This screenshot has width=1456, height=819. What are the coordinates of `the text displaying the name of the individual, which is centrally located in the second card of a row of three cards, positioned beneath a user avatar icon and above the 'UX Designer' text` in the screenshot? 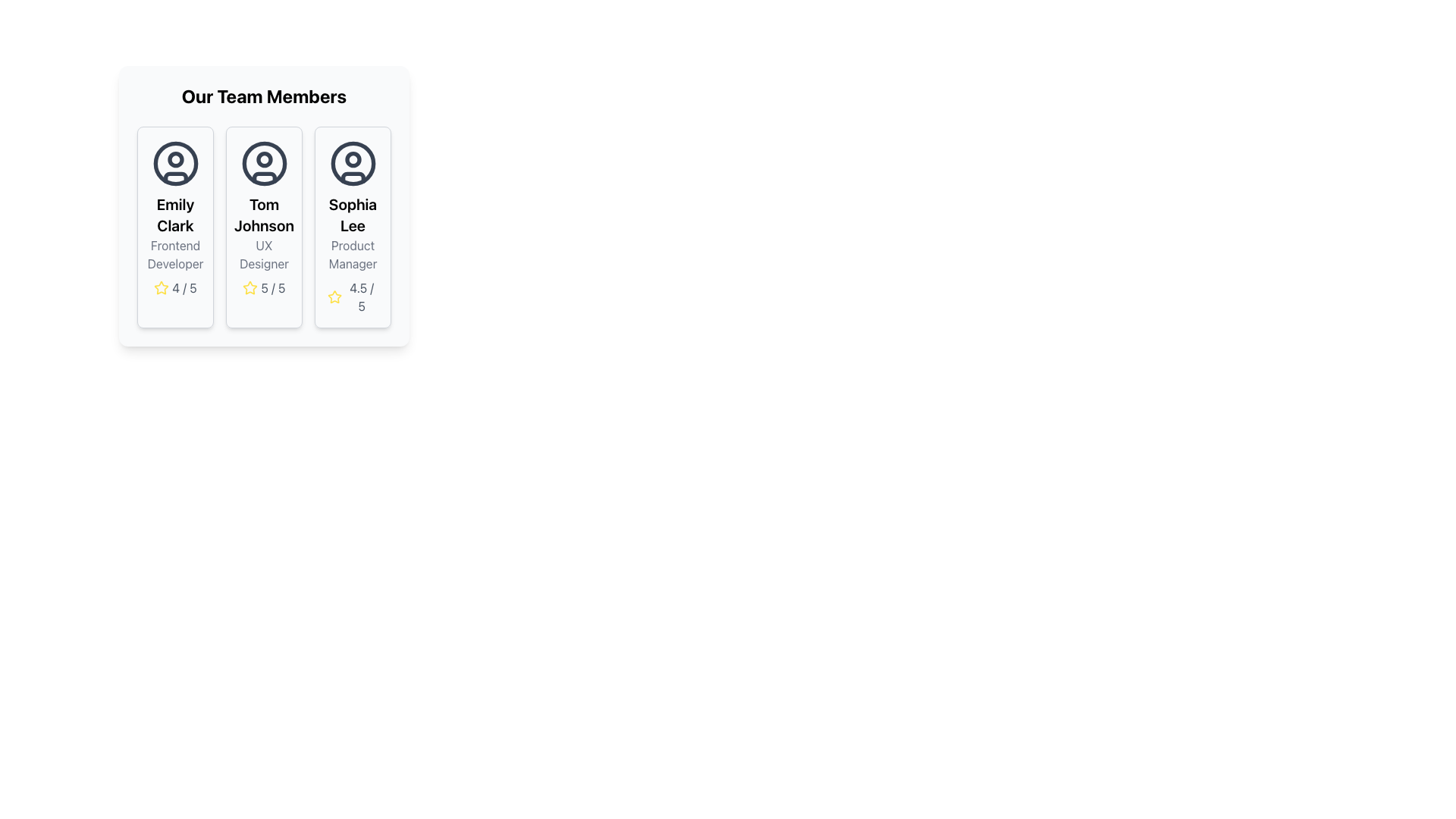 It's located at (264, 215).